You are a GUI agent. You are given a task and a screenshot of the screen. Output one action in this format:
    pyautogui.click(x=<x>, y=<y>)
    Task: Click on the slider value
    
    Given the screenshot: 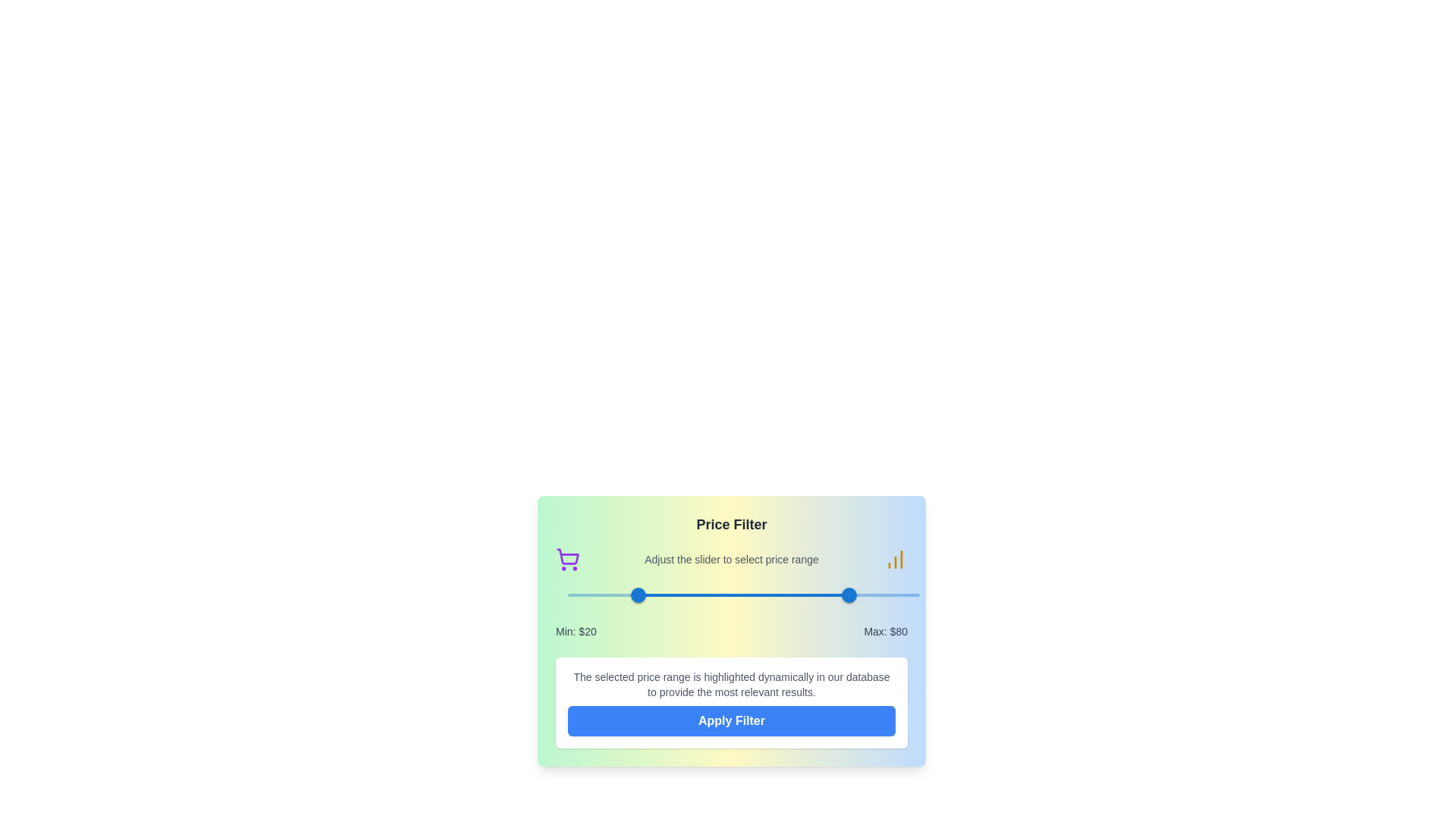 What is the action you would take?
    pyautogui.click(x=853, y=595)
    